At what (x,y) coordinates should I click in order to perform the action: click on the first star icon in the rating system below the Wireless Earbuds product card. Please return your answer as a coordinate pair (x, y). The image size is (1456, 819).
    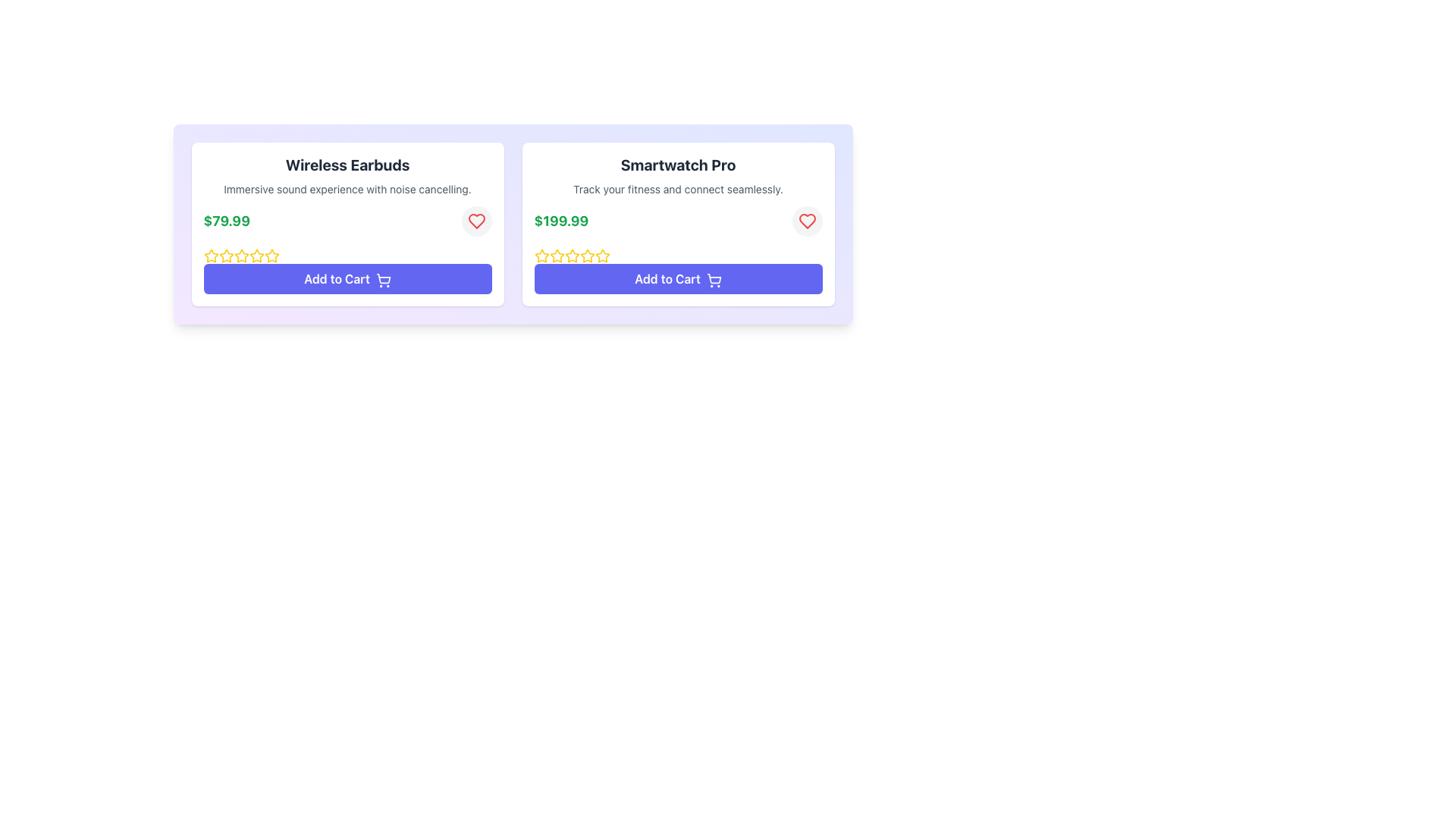
    Looking at the image, I should click on (210, 256).